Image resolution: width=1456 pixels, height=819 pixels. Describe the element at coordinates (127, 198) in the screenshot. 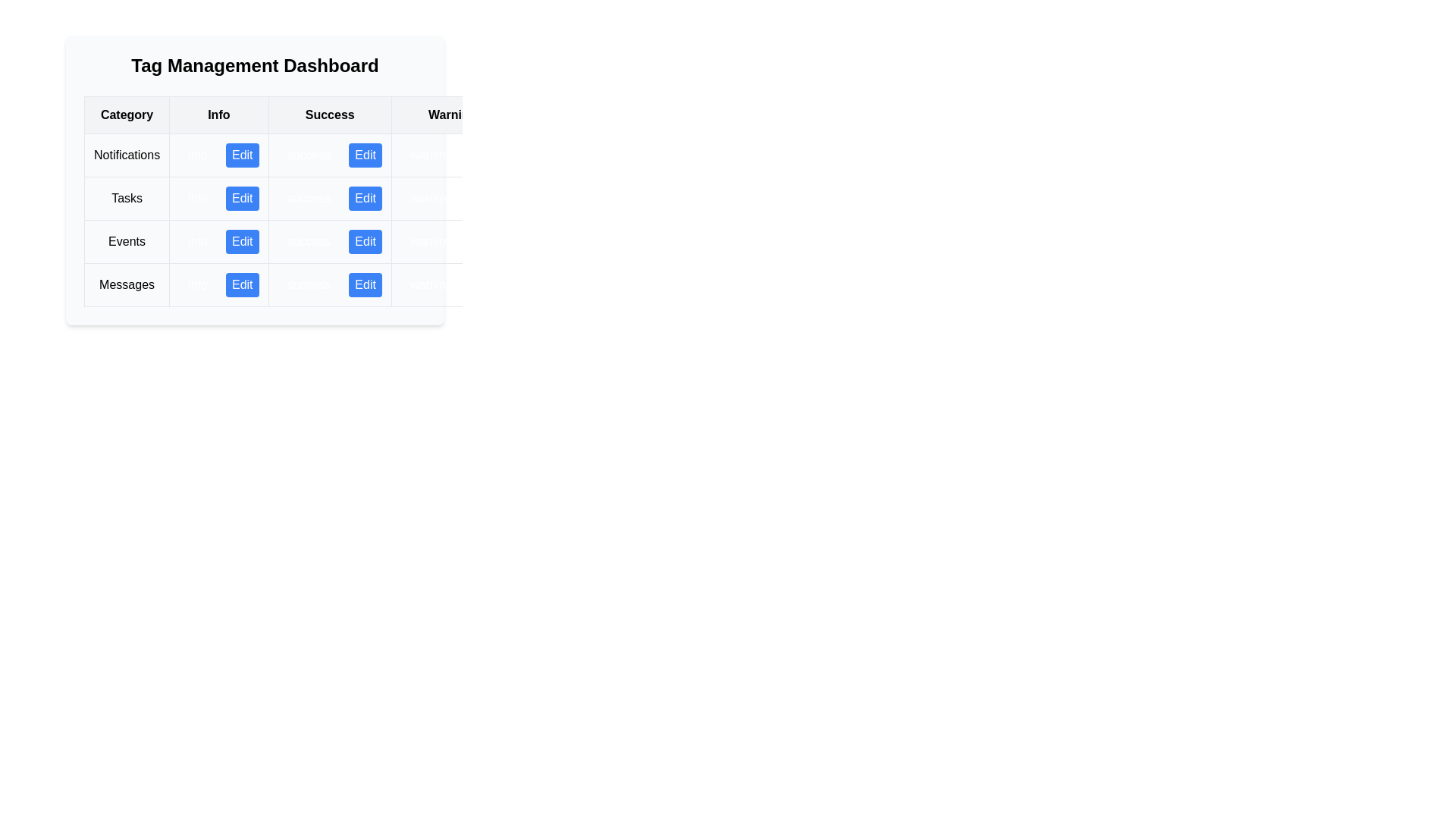

I see `the text label that displays 'Tasks', which is styled with a medium font weight and a gray background, located in the second row of the first column of a table structure` at that location.